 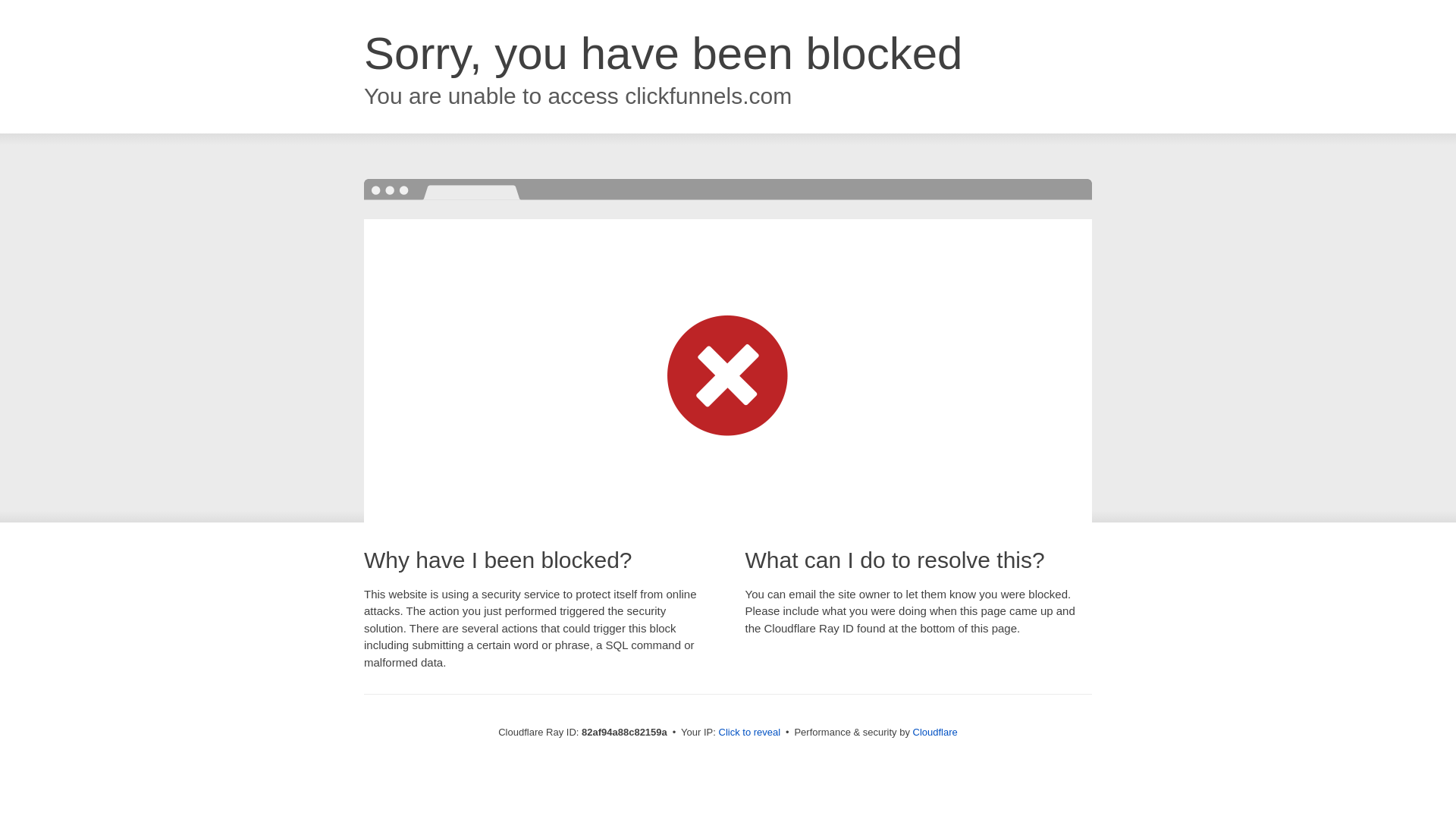 I want to click on 'Cloudflare', so click(x=934, y=731).